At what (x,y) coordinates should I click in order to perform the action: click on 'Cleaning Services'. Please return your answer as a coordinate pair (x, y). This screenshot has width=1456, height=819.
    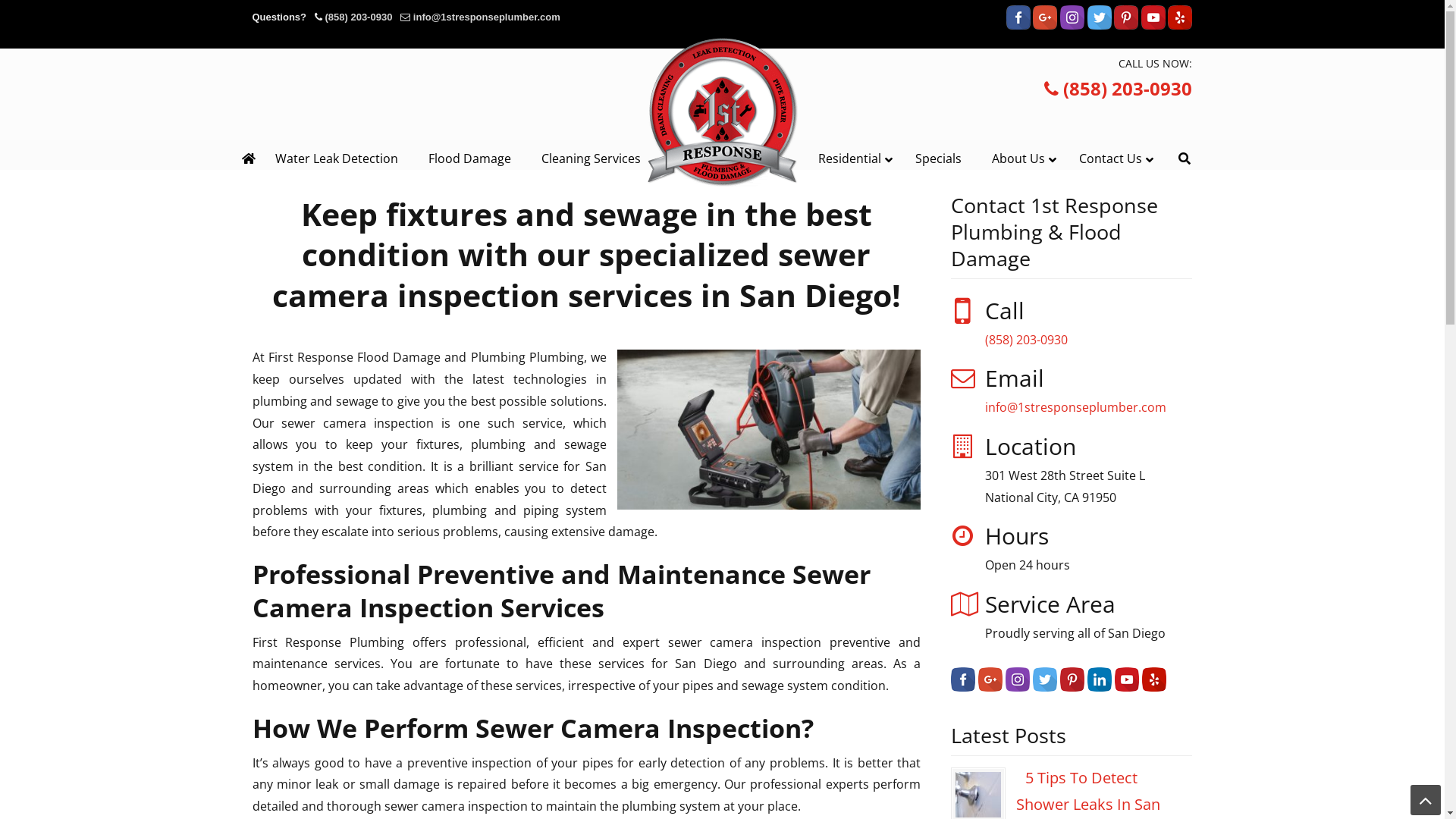
    Looking at the image, I should click on (590, 158).